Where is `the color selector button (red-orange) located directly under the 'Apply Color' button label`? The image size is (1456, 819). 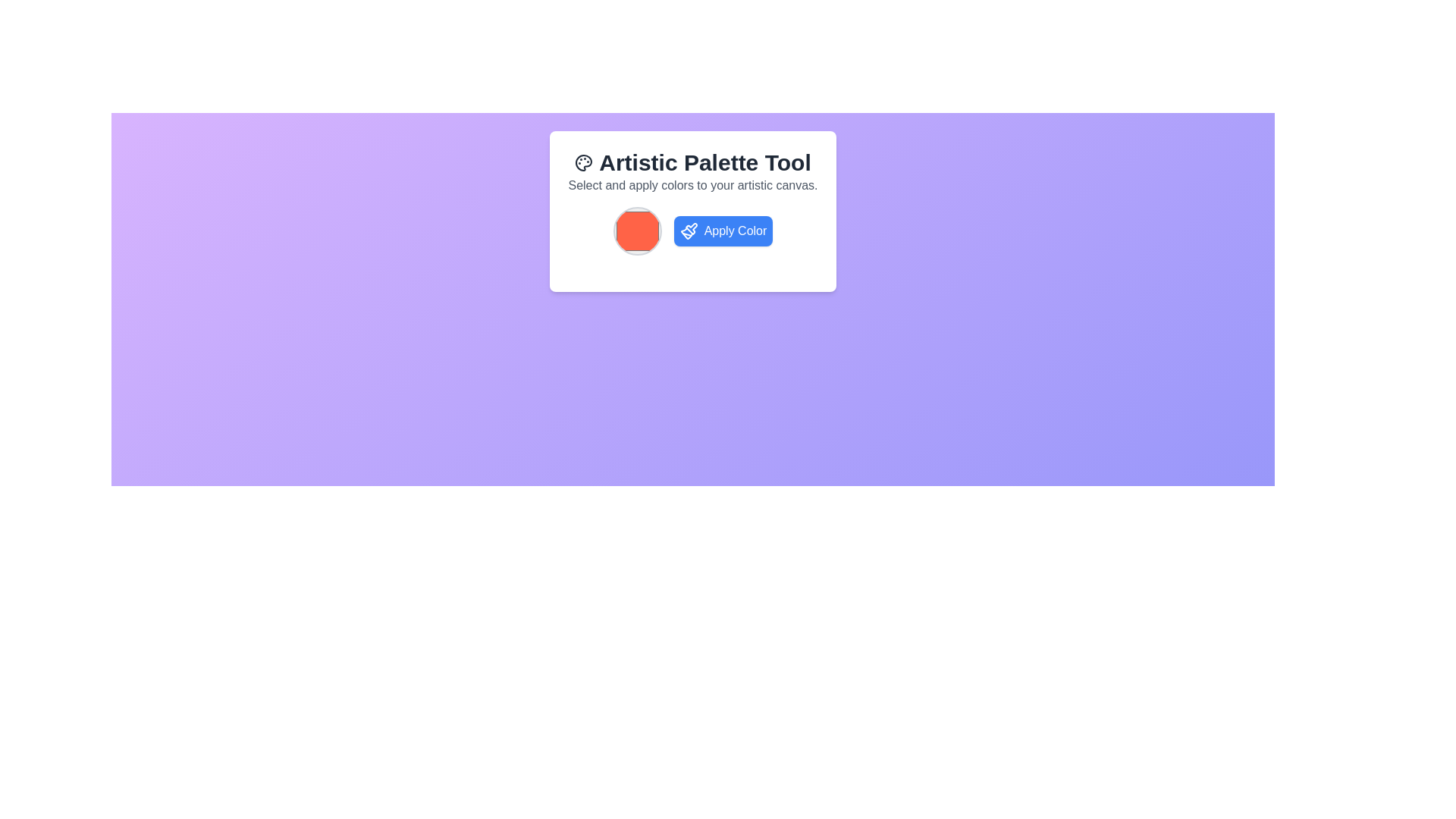
the color selector button (red-orange) located directly under the 'Apply Color' button label is located at coordinates (637, 231).